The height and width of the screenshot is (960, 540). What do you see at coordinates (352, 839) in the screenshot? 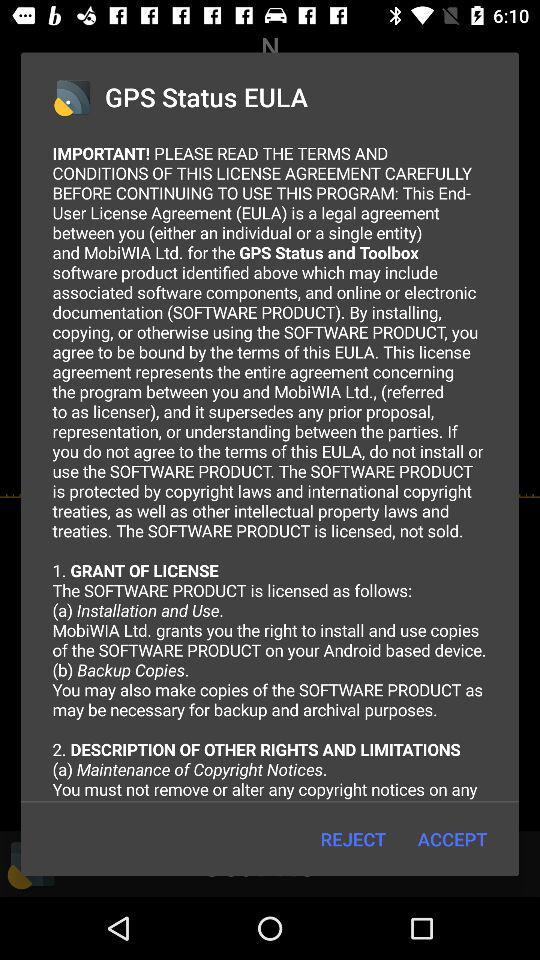
I see `the item to the left of accept icon` at bounding box center [352, 839].